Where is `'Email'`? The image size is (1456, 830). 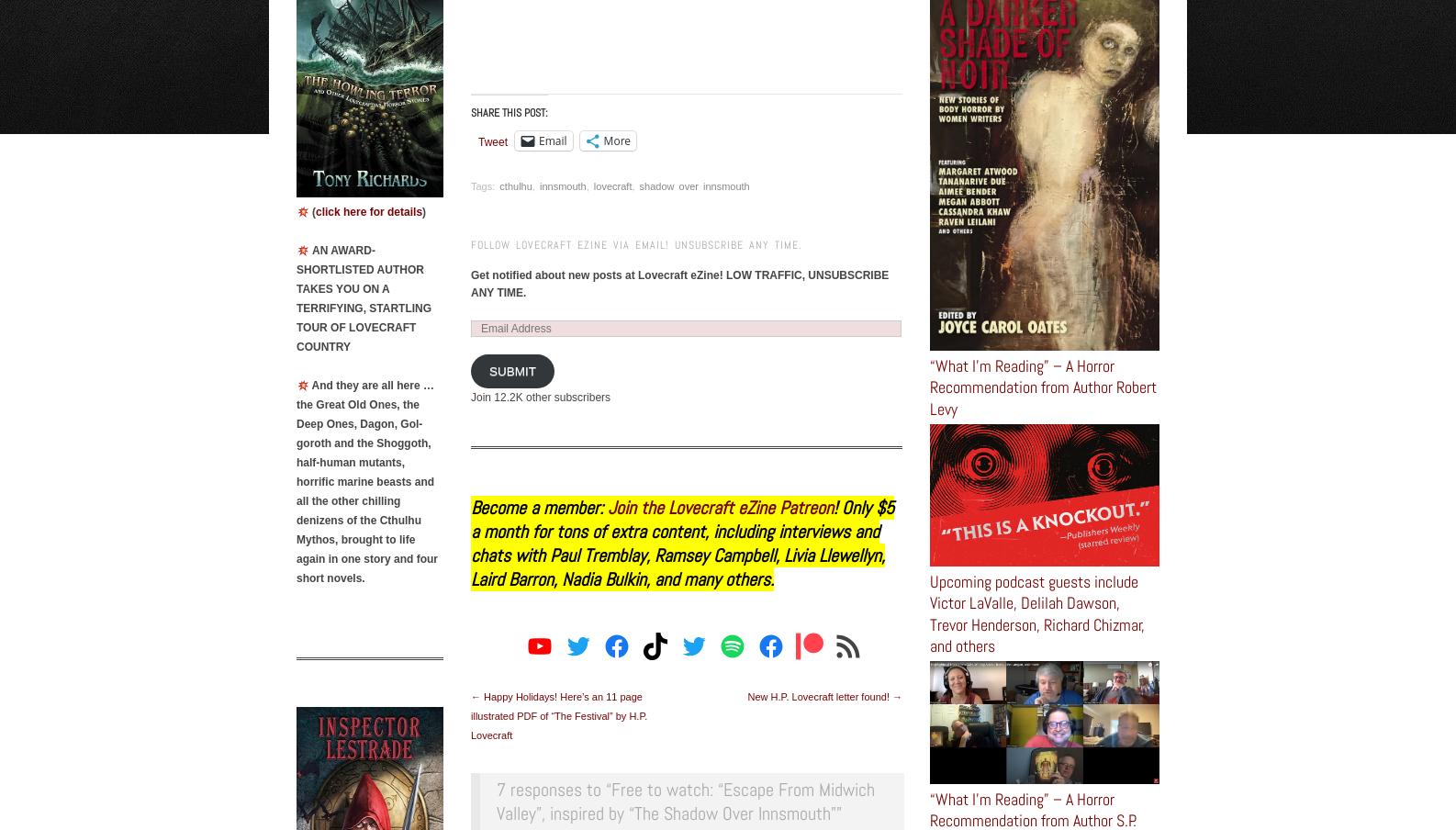 'Email' is located at coordinates (552, 139).